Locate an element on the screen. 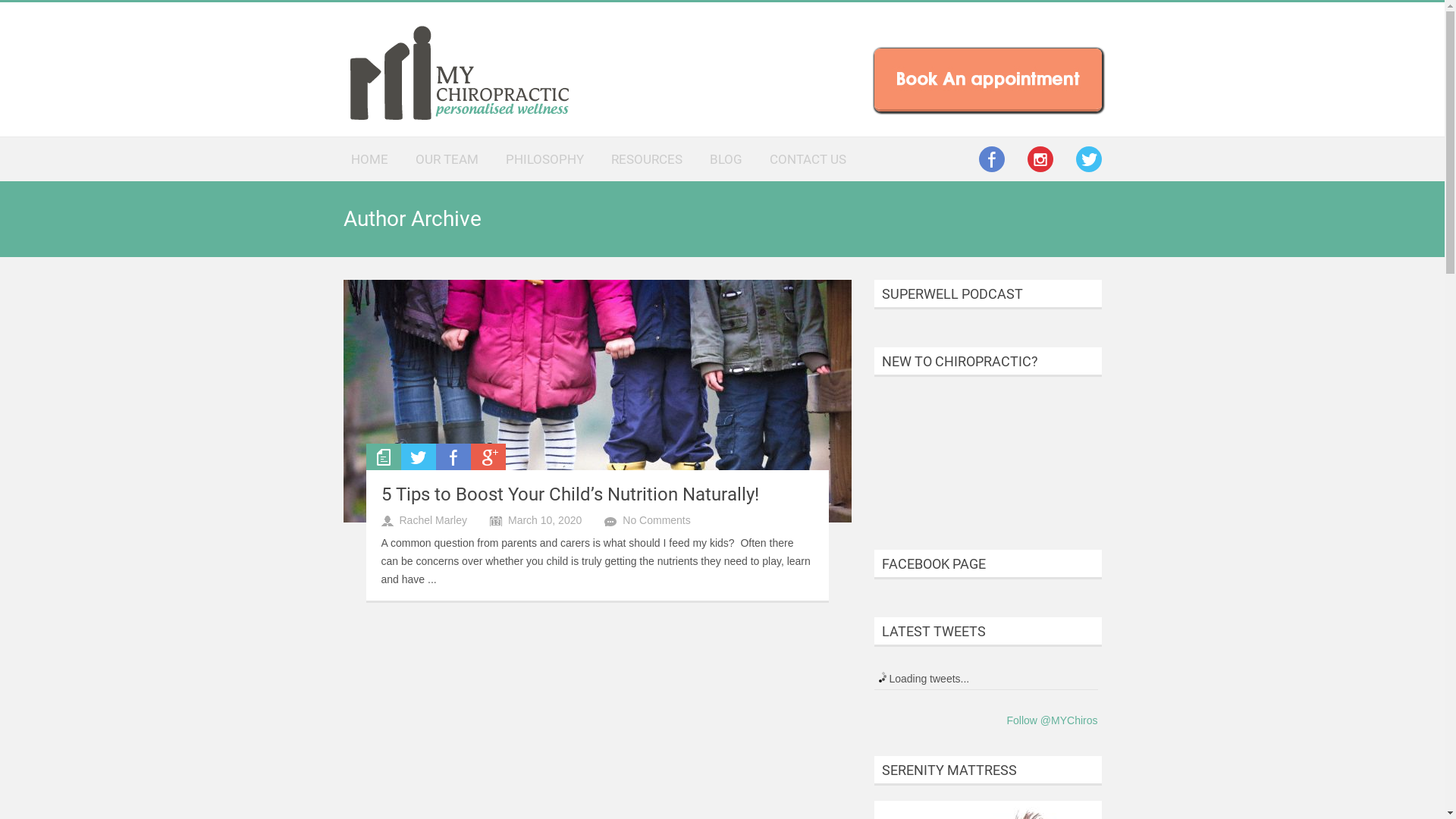 The image size is (1456, 819). 'BLOG' is located at coordinates (725, 158).